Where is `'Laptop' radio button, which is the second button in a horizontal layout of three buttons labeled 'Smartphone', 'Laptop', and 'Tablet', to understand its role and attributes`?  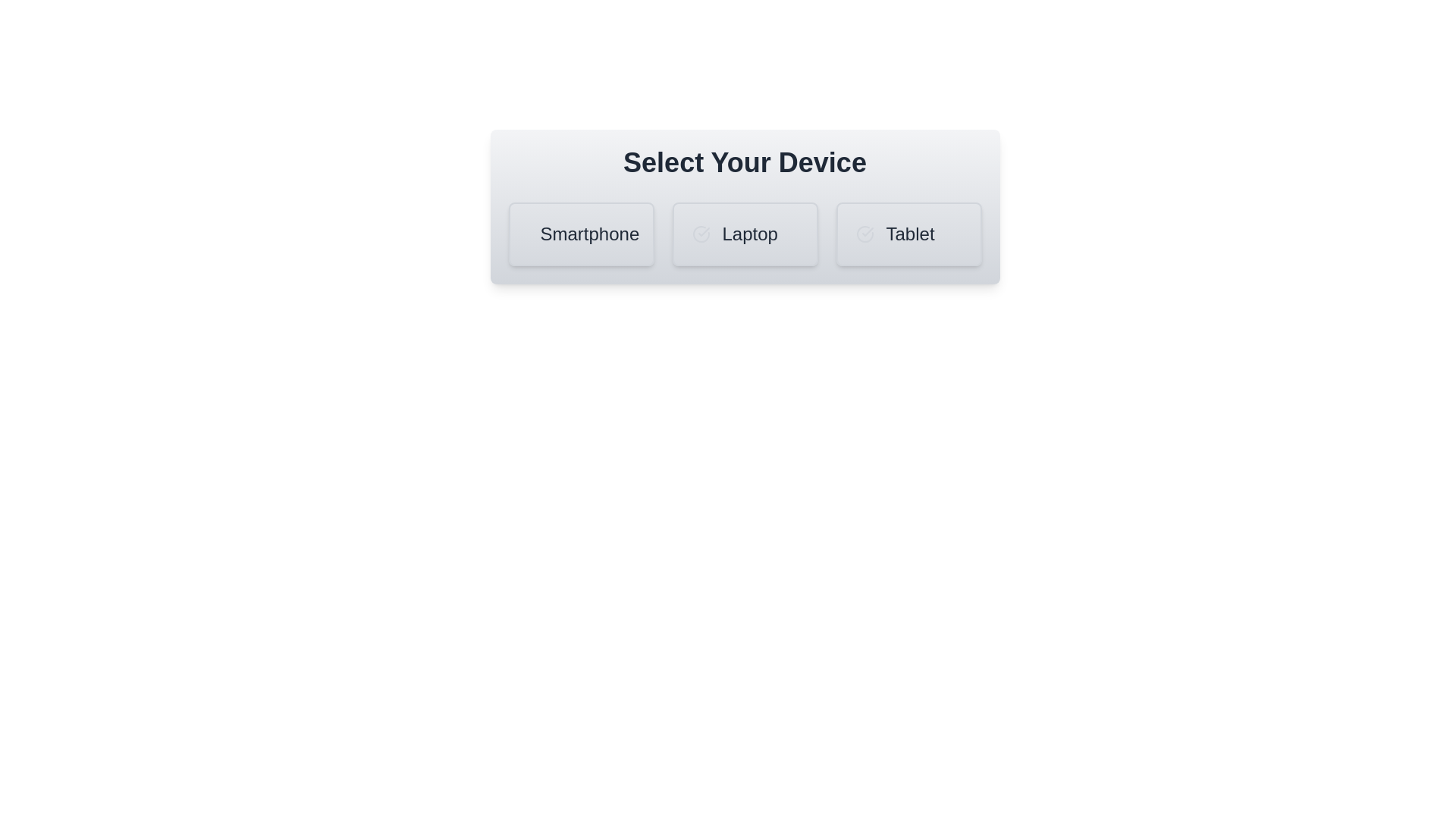 'Laptop' radio button, which is the second button in a horizontal layout of three buttons labeled 'Smartphone', 'Laptop', and 'Tablet', to understand its role and attributes is located at coordinates (745, 207).